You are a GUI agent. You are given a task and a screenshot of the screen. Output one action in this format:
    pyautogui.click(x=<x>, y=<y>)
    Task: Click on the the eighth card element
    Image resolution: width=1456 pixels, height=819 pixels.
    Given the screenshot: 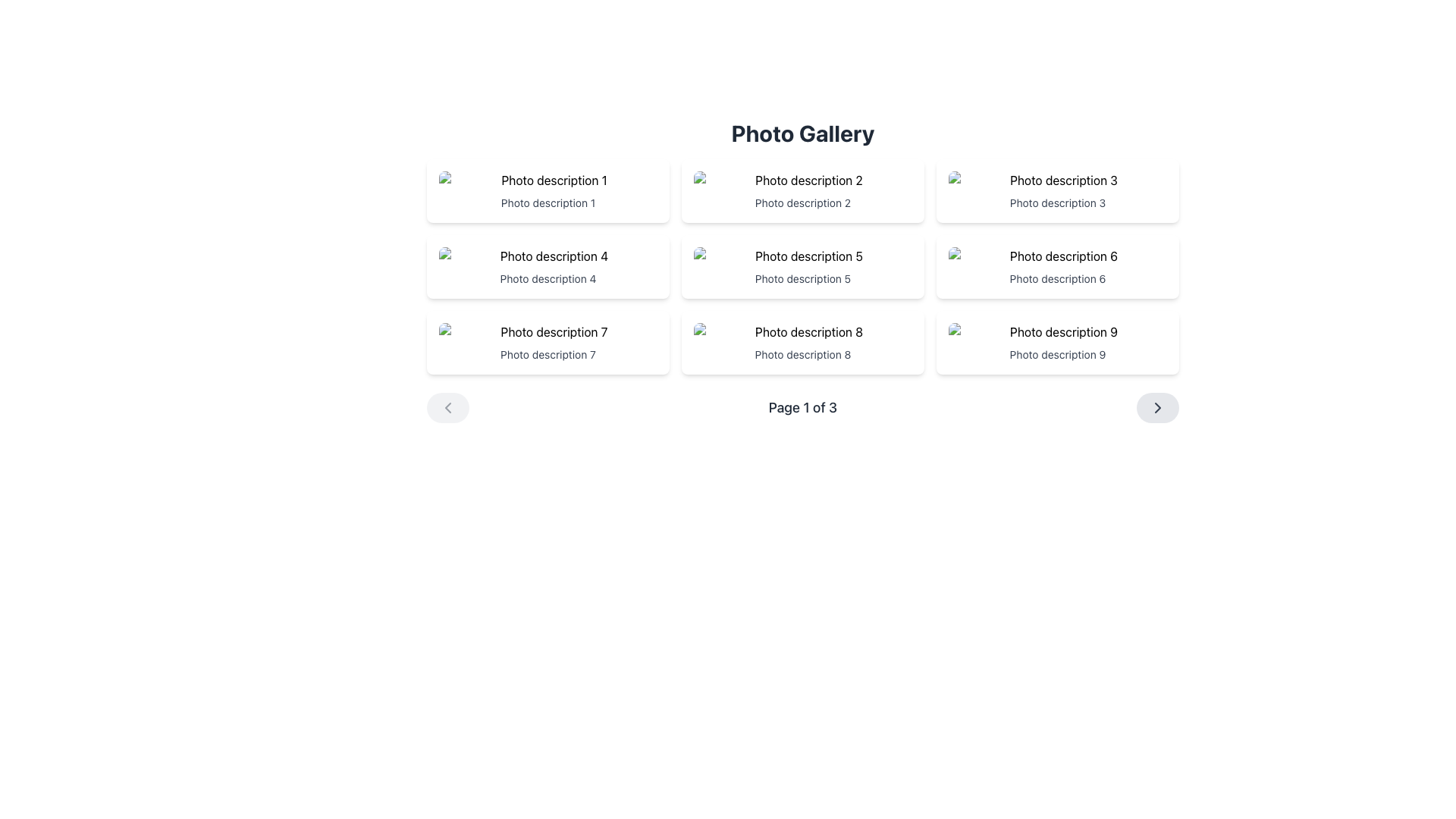 What is the action you would take?
    pyautogui.click(x=802, y=342)
    